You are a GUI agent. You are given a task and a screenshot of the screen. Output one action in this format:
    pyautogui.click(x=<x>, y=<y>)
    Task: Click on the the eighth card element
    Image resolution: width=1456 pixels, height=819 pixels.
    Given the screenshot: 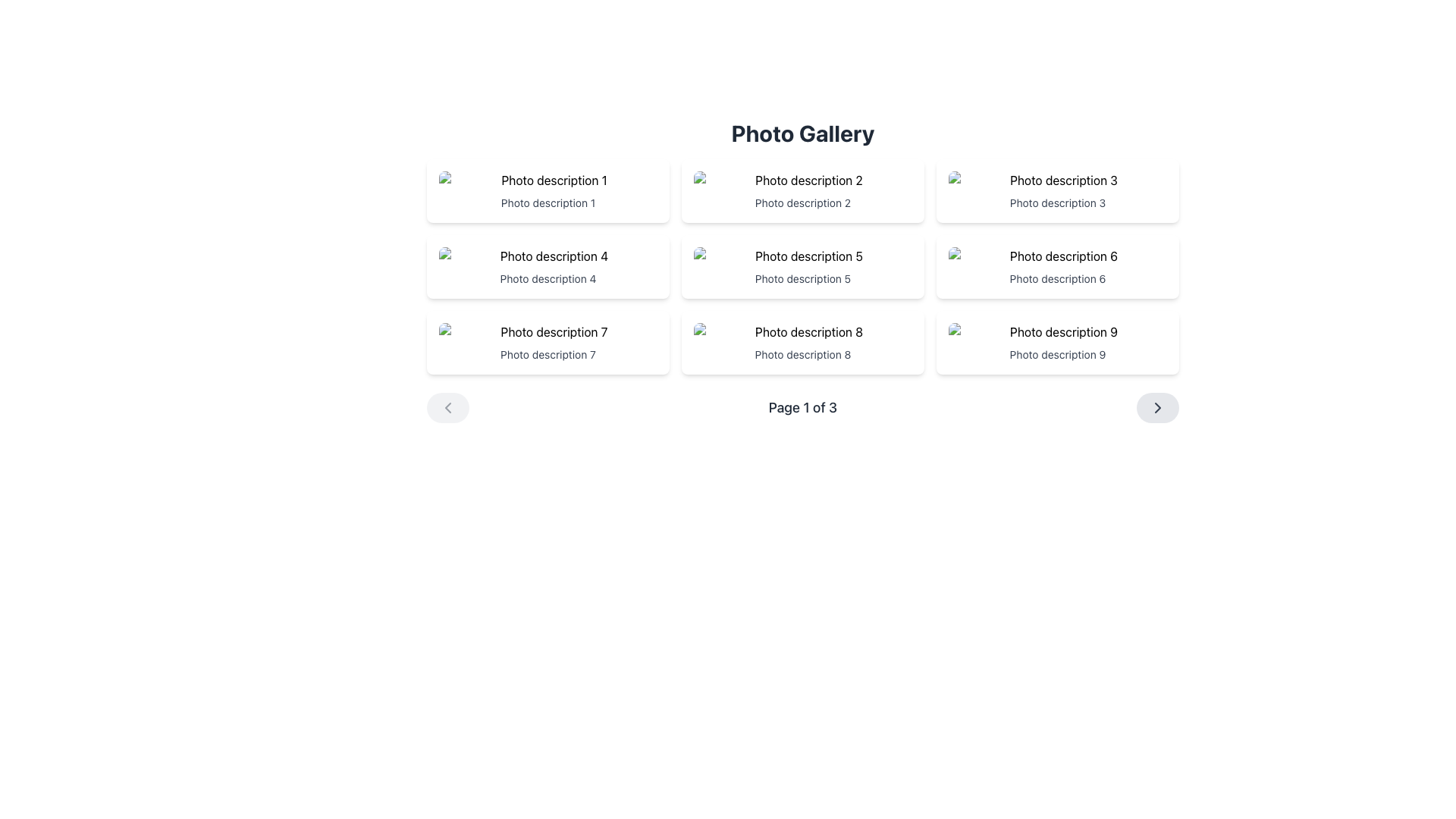 What is the action you would take?
    pyautogui.click(x=802, y=342)
    